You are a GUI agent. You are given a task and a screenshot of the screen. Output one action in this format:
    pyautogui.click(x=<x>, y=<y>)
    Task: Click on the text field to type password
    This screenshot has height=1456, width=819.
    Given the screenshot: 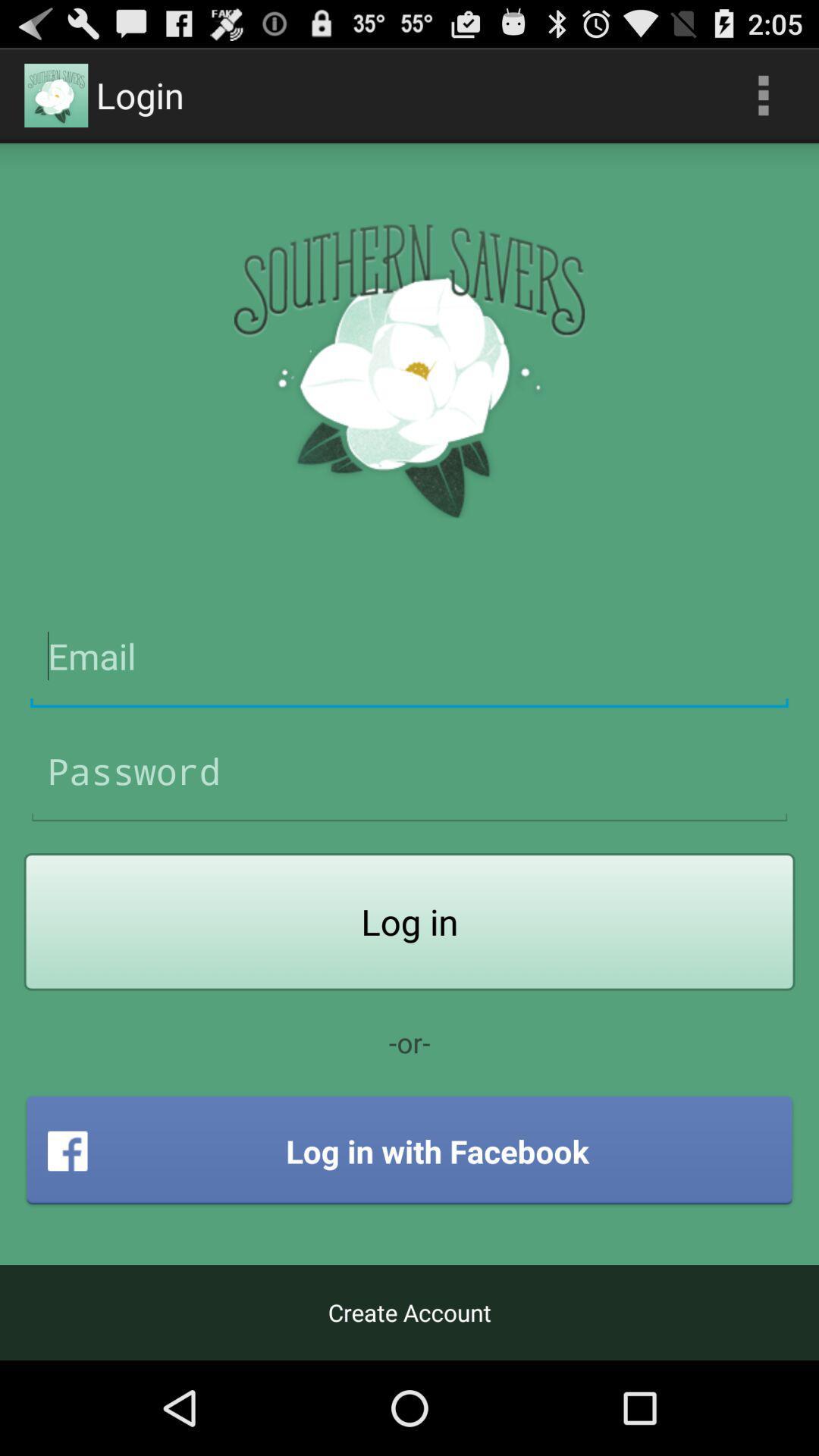 What is the action you would take?
    pyautogui.click(x=409, y=771)
    